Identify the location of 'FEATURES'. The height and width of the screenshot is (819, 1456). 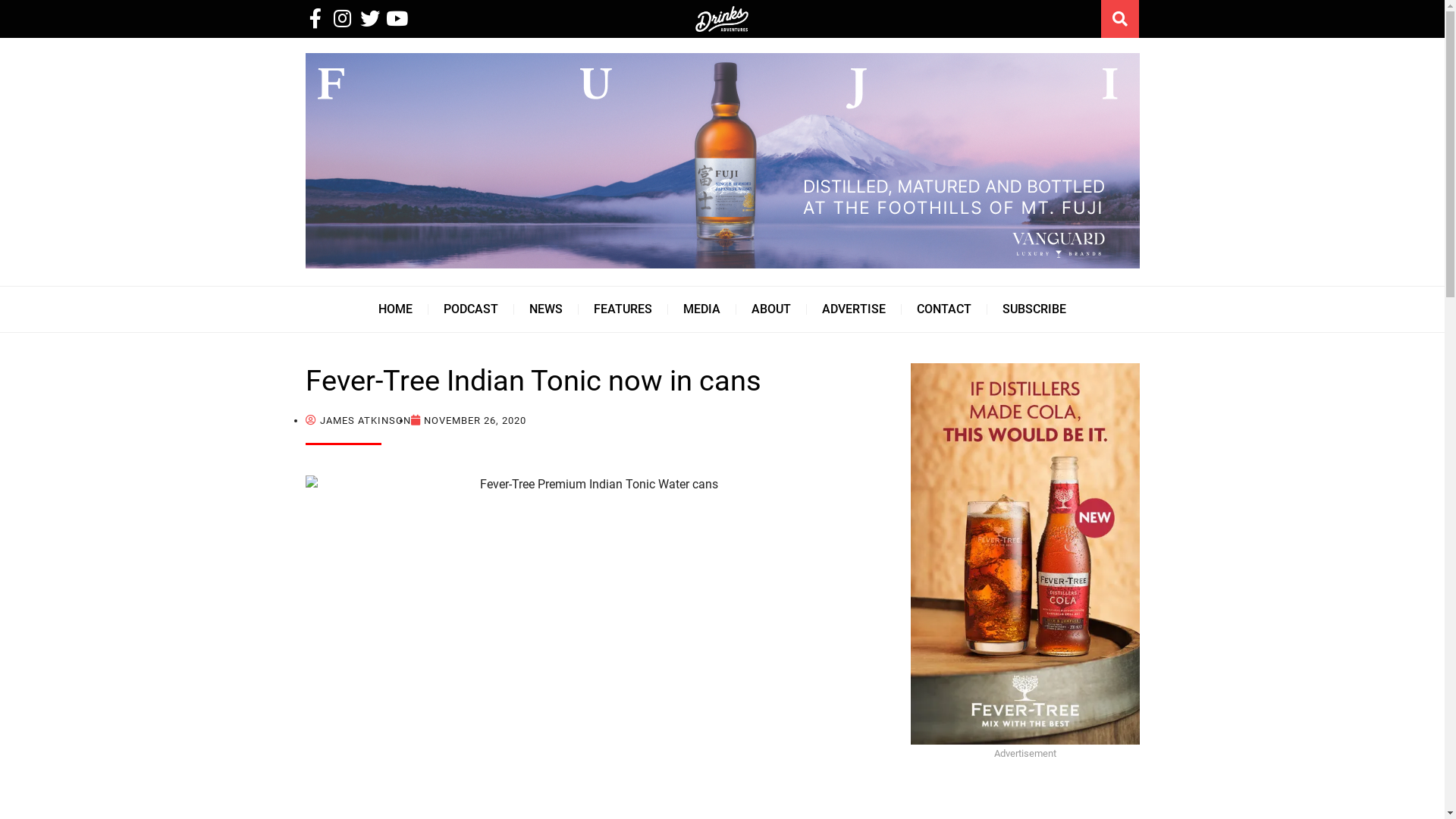
(623, 309).